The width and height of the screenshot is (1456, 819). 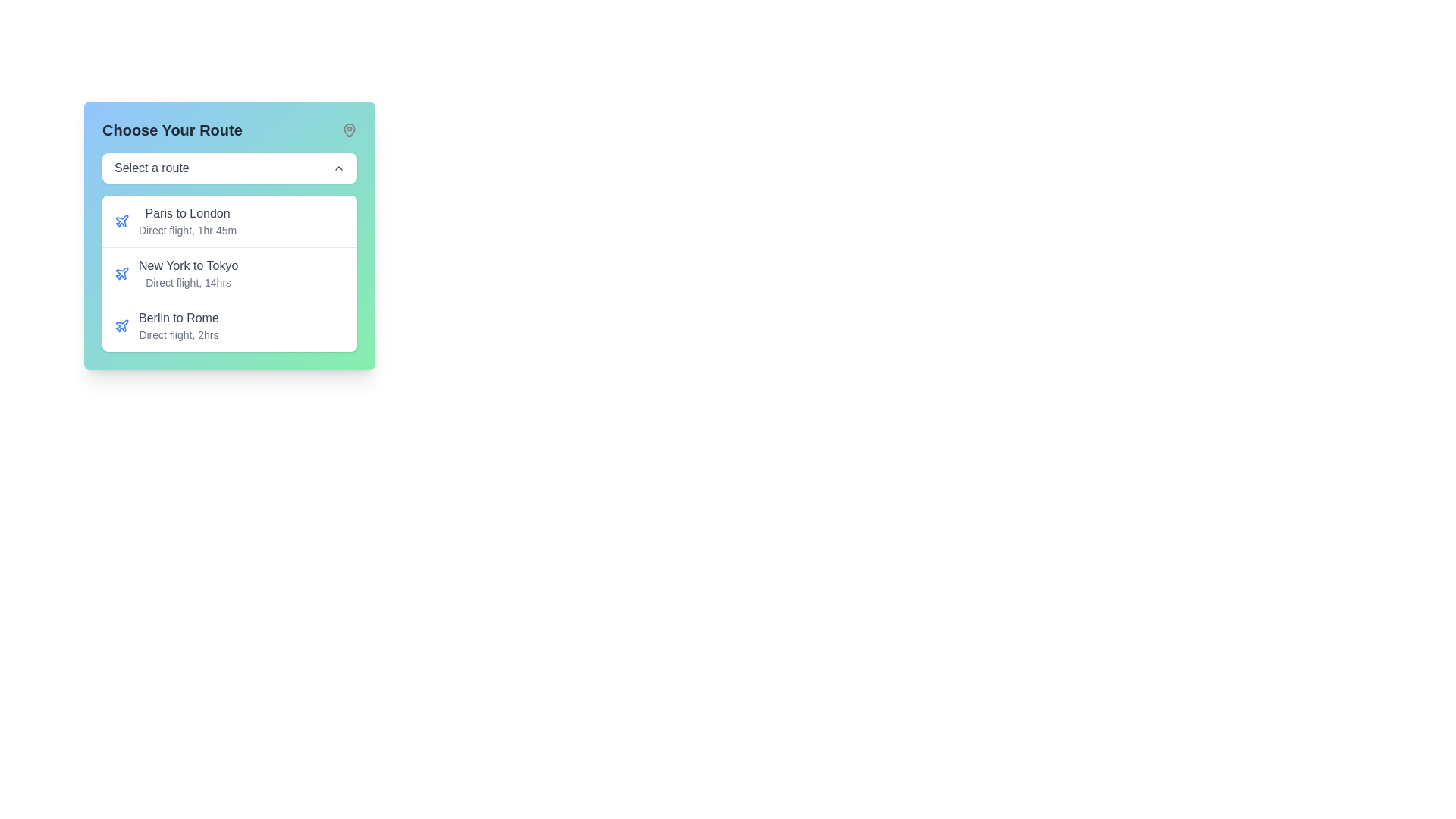 What do you see at coordinates (228, 273) in the screenshot?
I see `the second list item in the flight options` at bounding box center [228, 273].